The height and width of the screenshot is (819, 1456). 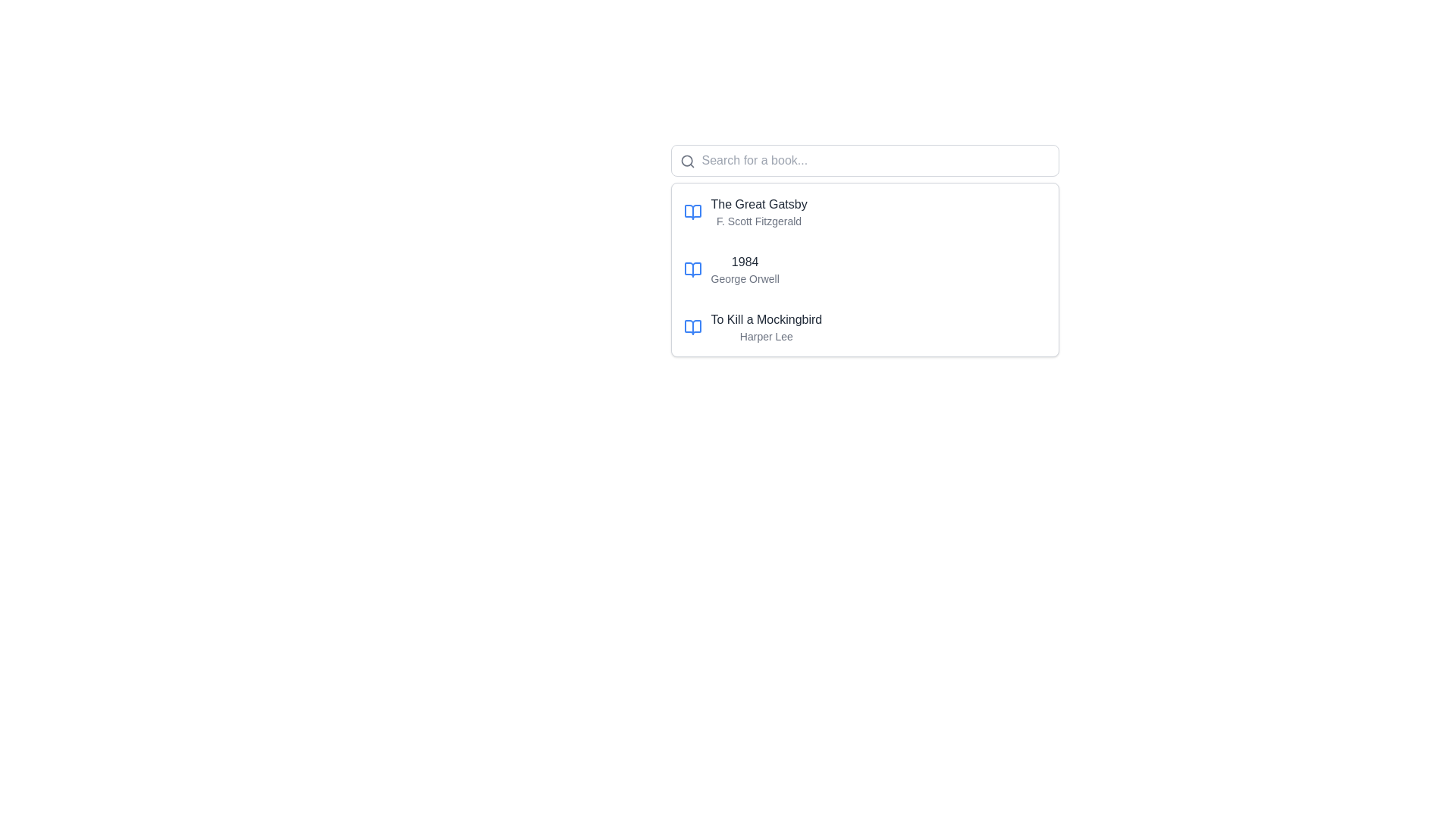 I want to click on the open book icon located to the left of the text '1984' by George Orwell in the middle list item of a vertically stacked list, so click(x=692, y=268).